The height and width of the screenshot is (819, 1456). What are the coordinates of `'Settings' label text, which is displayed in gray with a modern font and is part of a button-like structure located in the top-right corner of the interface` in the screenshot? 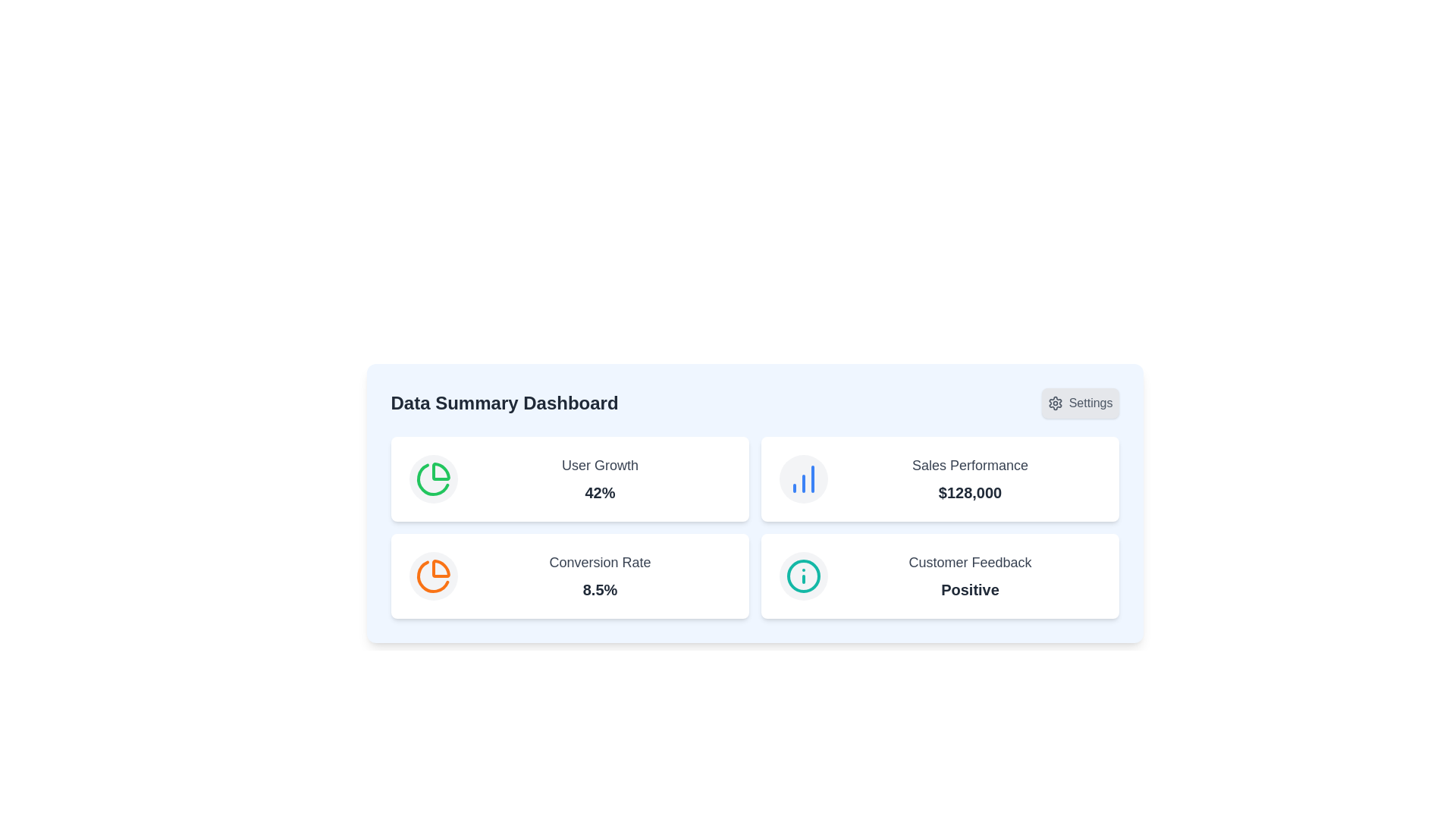 It's located at (1090, 403).